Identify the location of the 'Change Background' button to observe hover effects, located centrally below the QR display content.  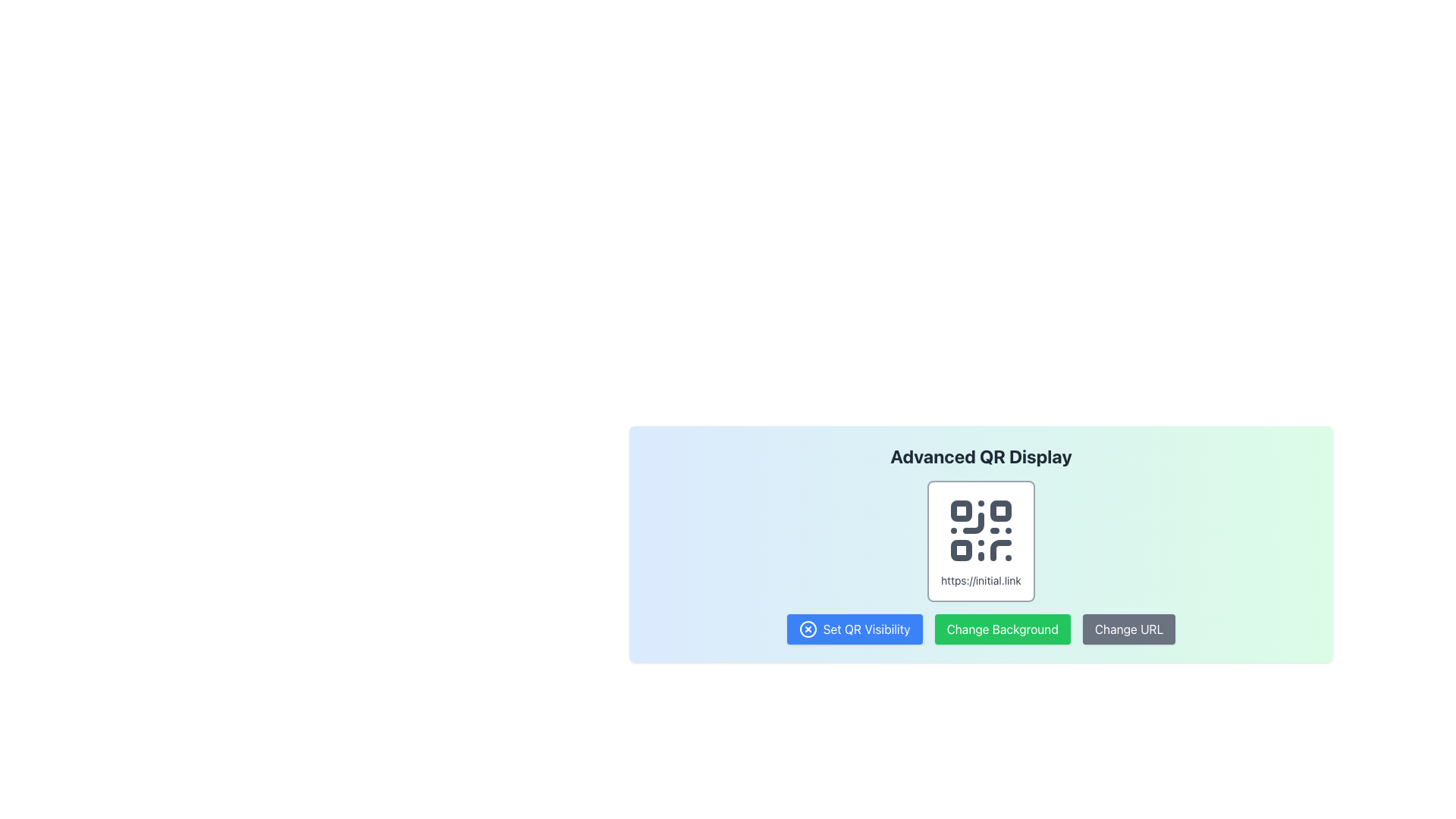
(1003, 629).